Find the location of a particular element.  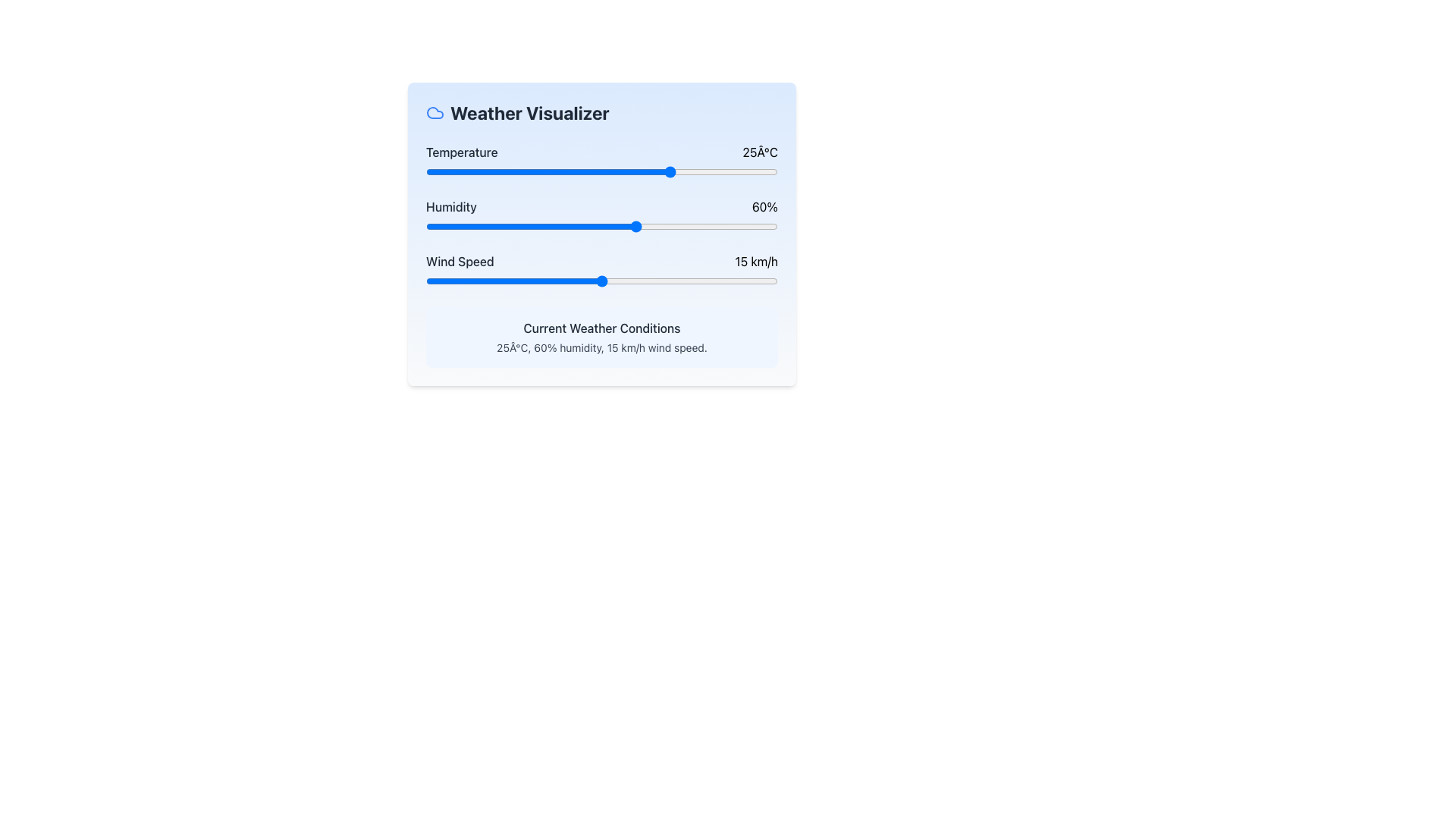

the text label 'Current Weather Conditions' which is styled in grayish-black font, positioned inside a blue box, and located slightly below sliders and numeric indicators for weather parameters is located at coordinates (601, 327).